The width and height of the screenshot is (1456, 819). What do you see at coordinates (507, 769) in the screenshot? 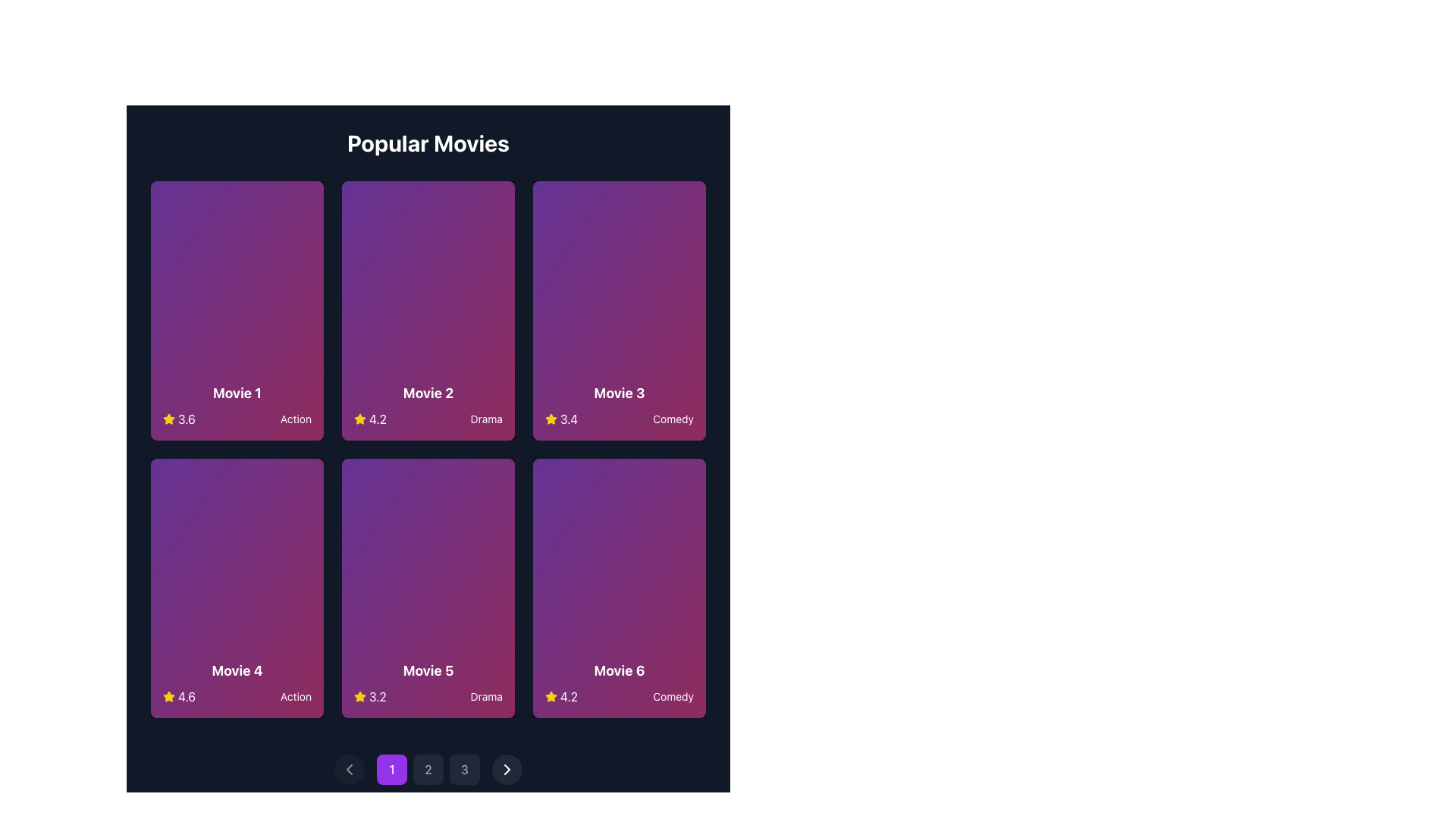
I see `the 'next' button icon located in the bottom right circular button of the pagination control group` at bounding box center [507, 769].